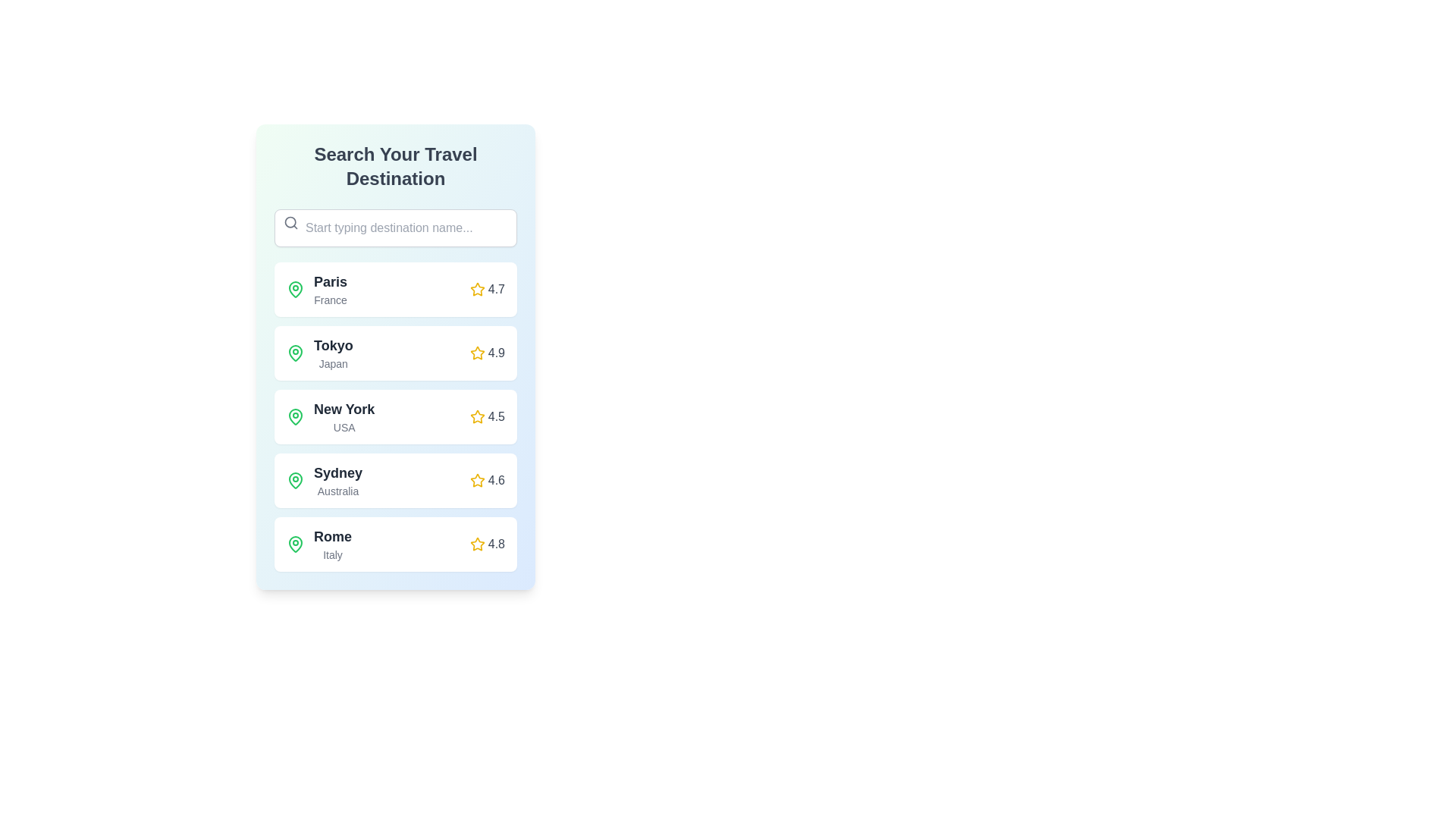 The width and height of the screenshot is (1456, 819). What do you see at coordinates (487, 480) in the screenshot?
I see `the Rating component displaying a yellow star icon and the text '4.6', which is associated with the location 'Sydney' in the list of elements` at bounding box center [487, 480].